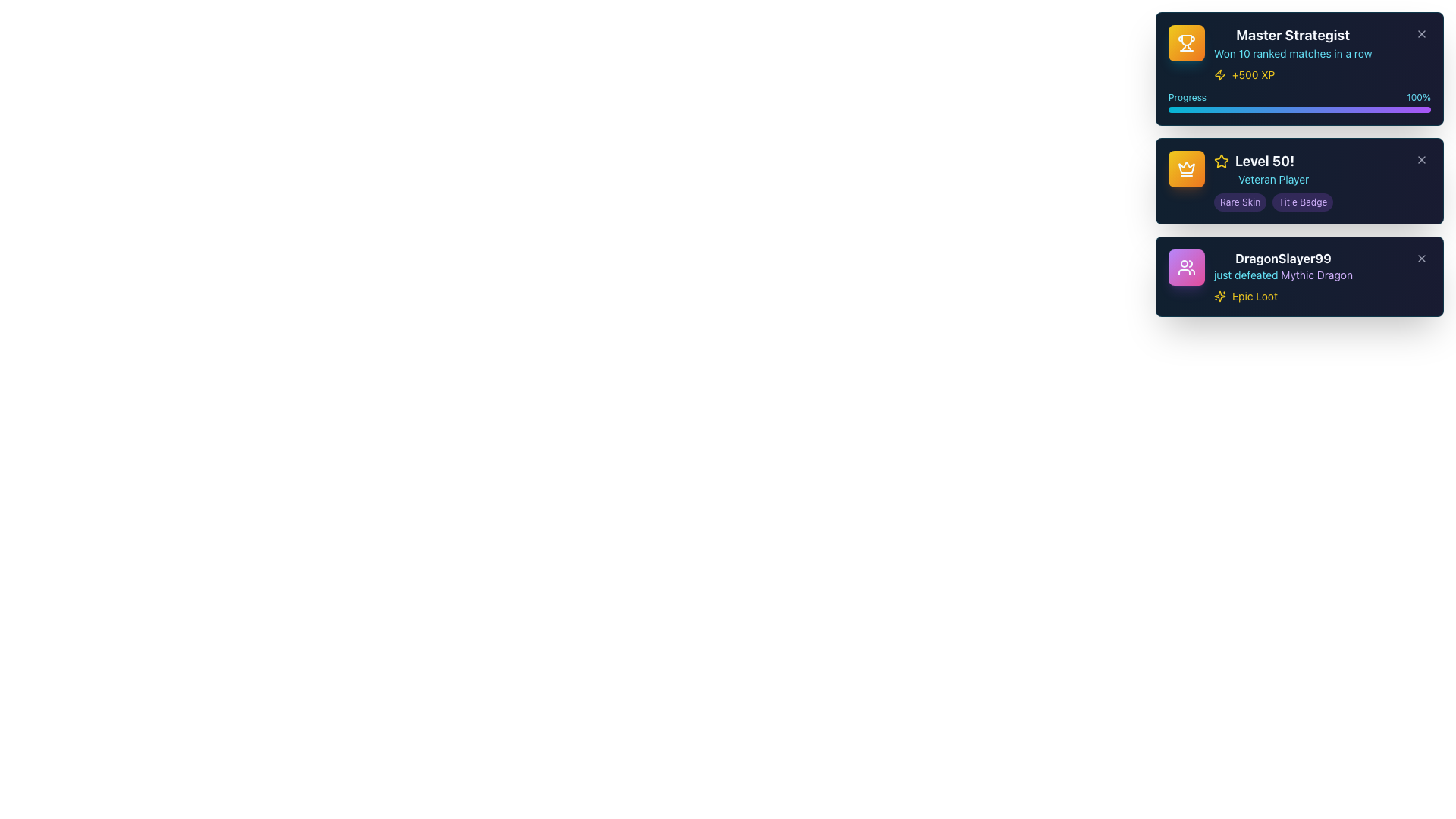 The image size is (1456, 819). I want to click on the text label displaying 'Veteran Player' in light cyan color, located within the second notification card, positioned between 'Level 50!' and 'Rare Skin', so click(1273, 178).